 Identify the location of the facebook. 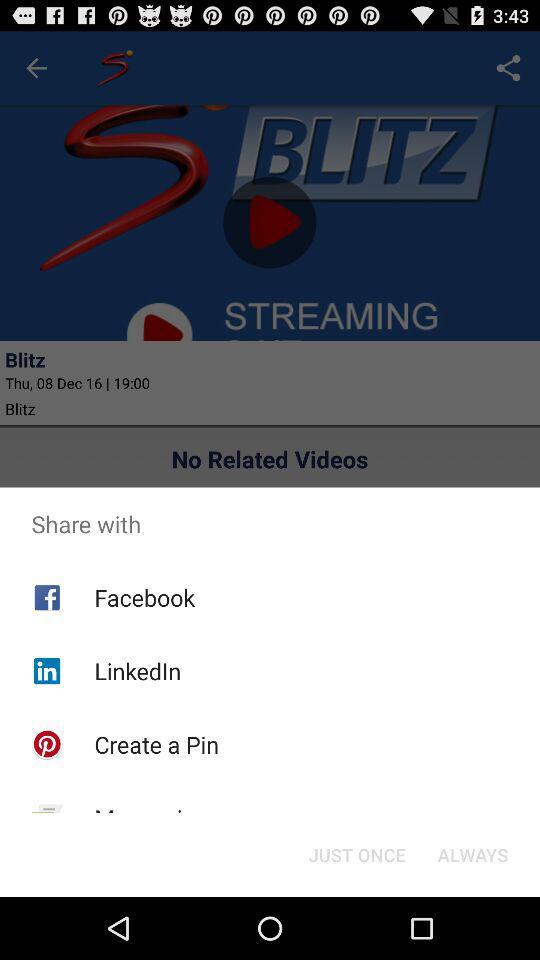
(143, 597).